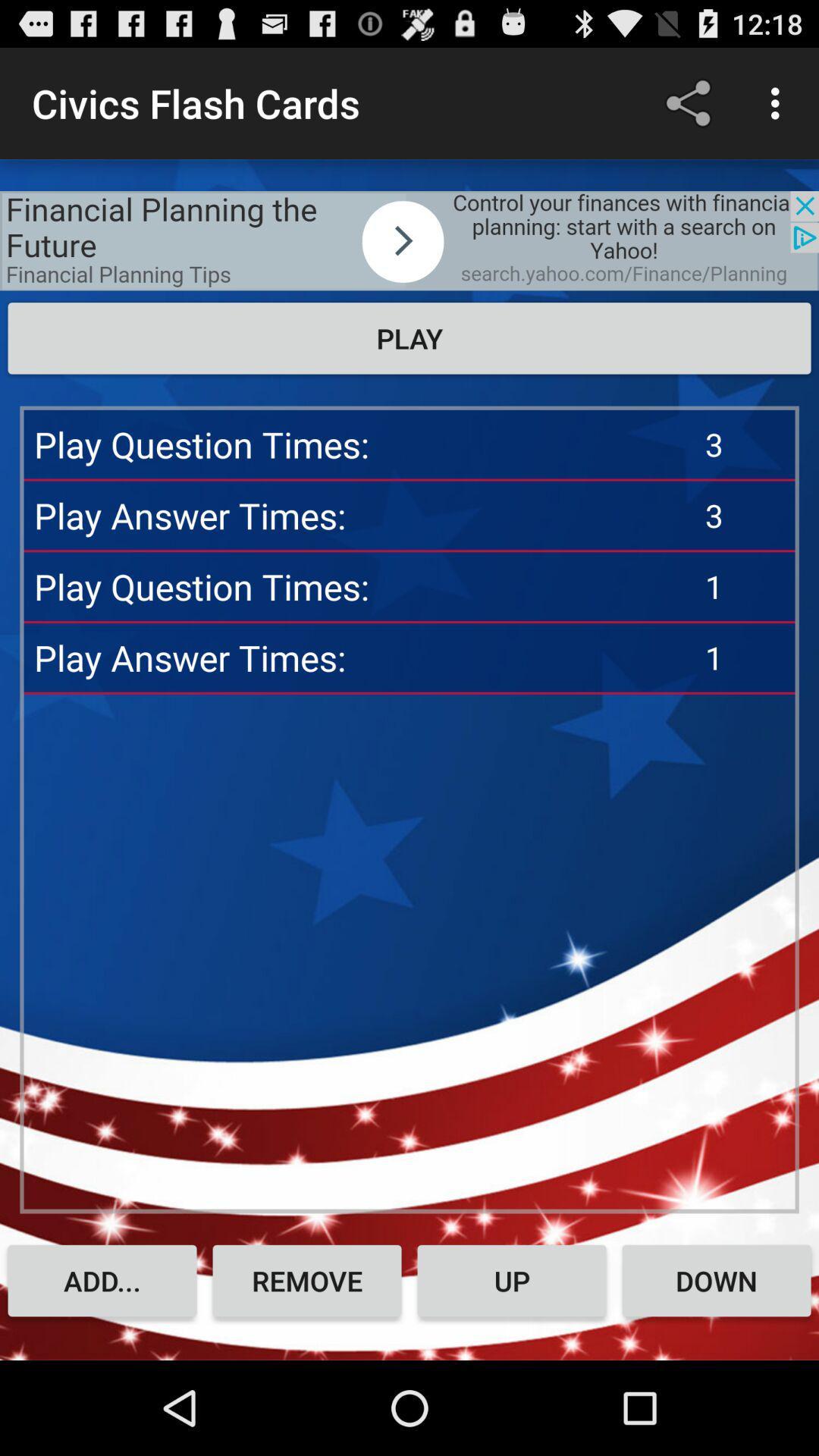 This screenshot has width=819, height=1456. Describe the element at coordinates (409, 240) in the screenshot. I see `advertisement` at that location.